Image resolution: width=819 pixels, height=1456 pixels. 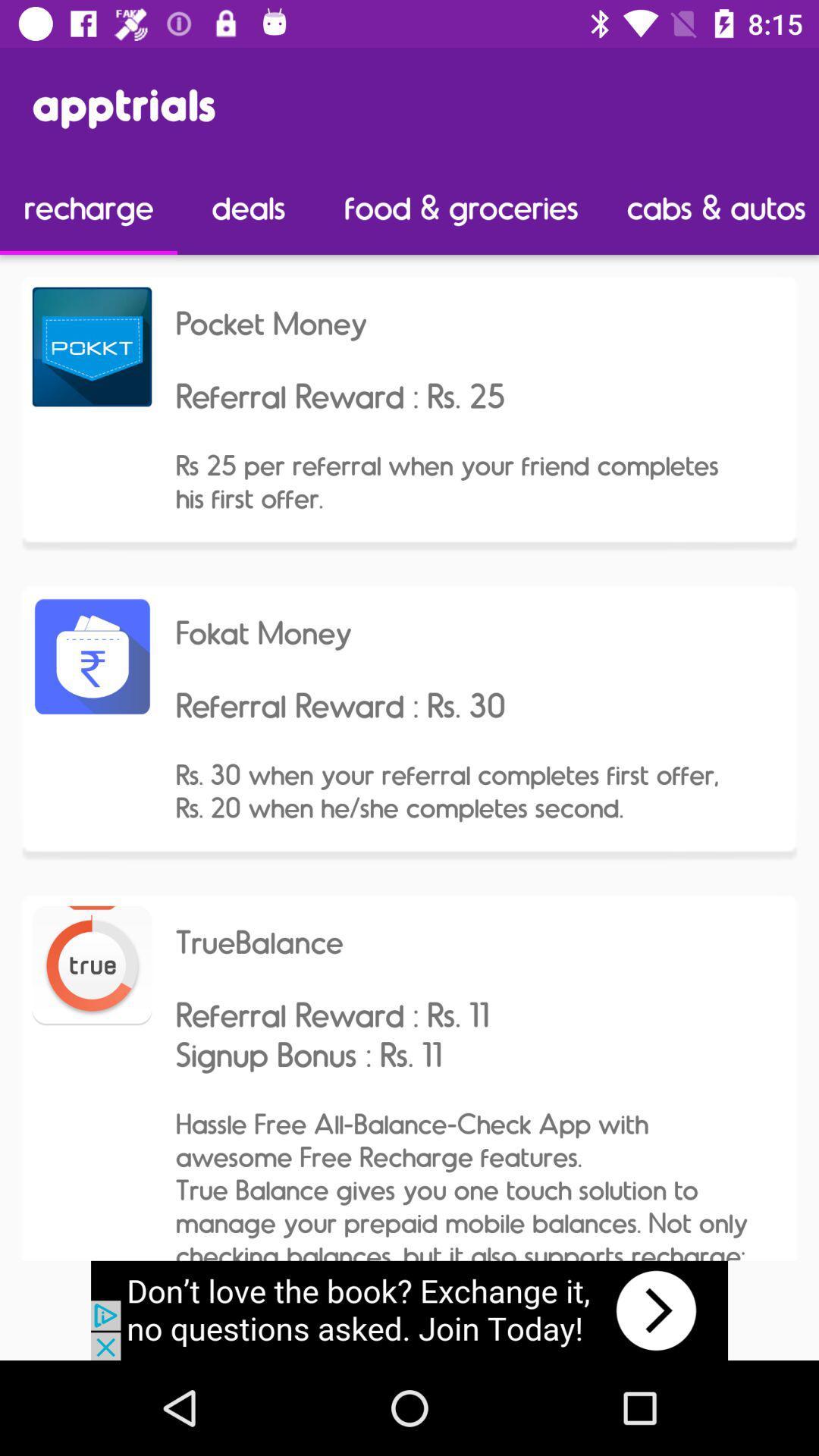 What do you see at coordinates (409, 1310) in the screenshot?
I see `open advertisement` at bounding box center [409, 1310].